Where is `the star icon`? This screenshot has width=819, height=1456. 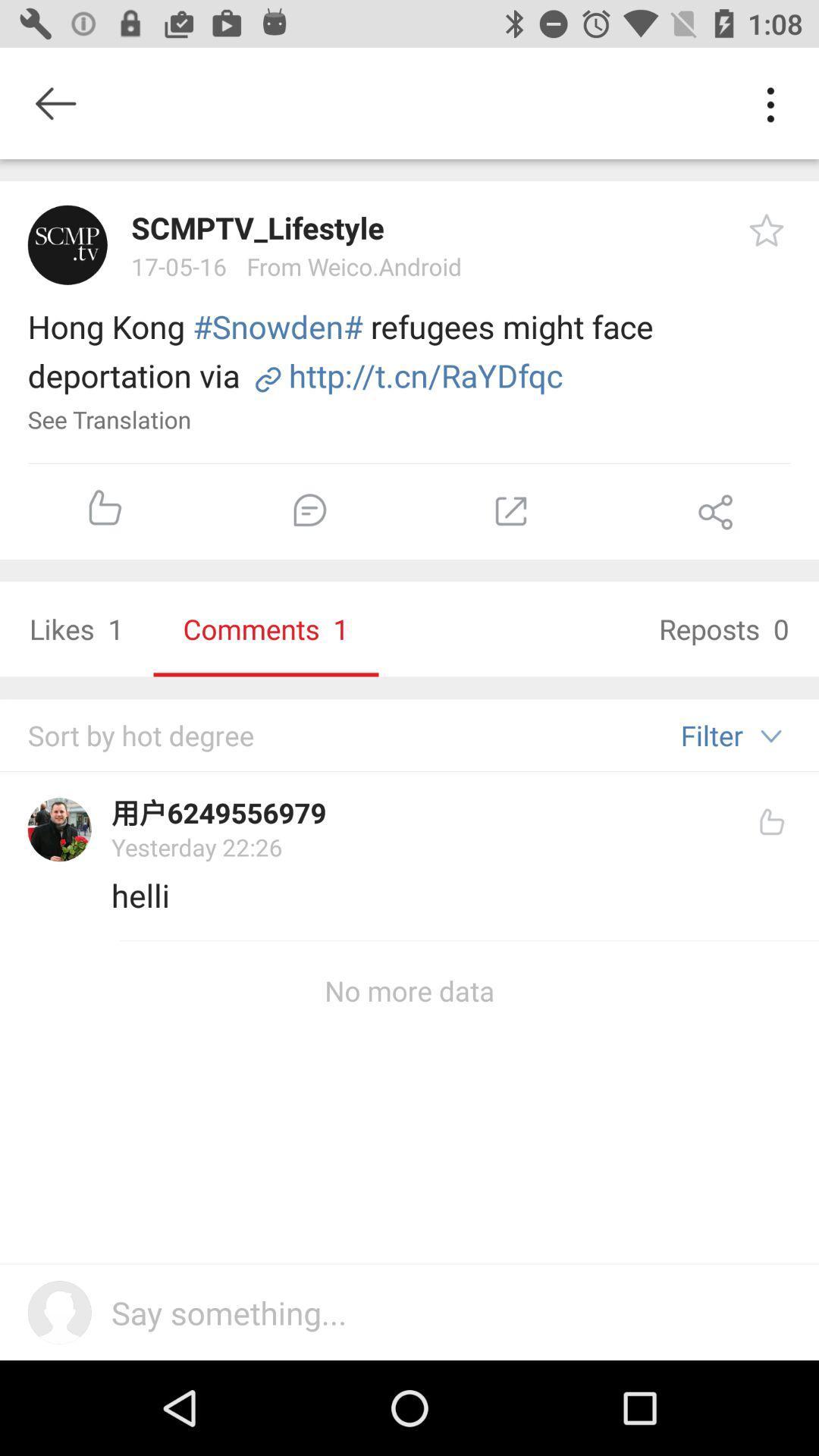
the star icon is located at coordinates (766, 228).